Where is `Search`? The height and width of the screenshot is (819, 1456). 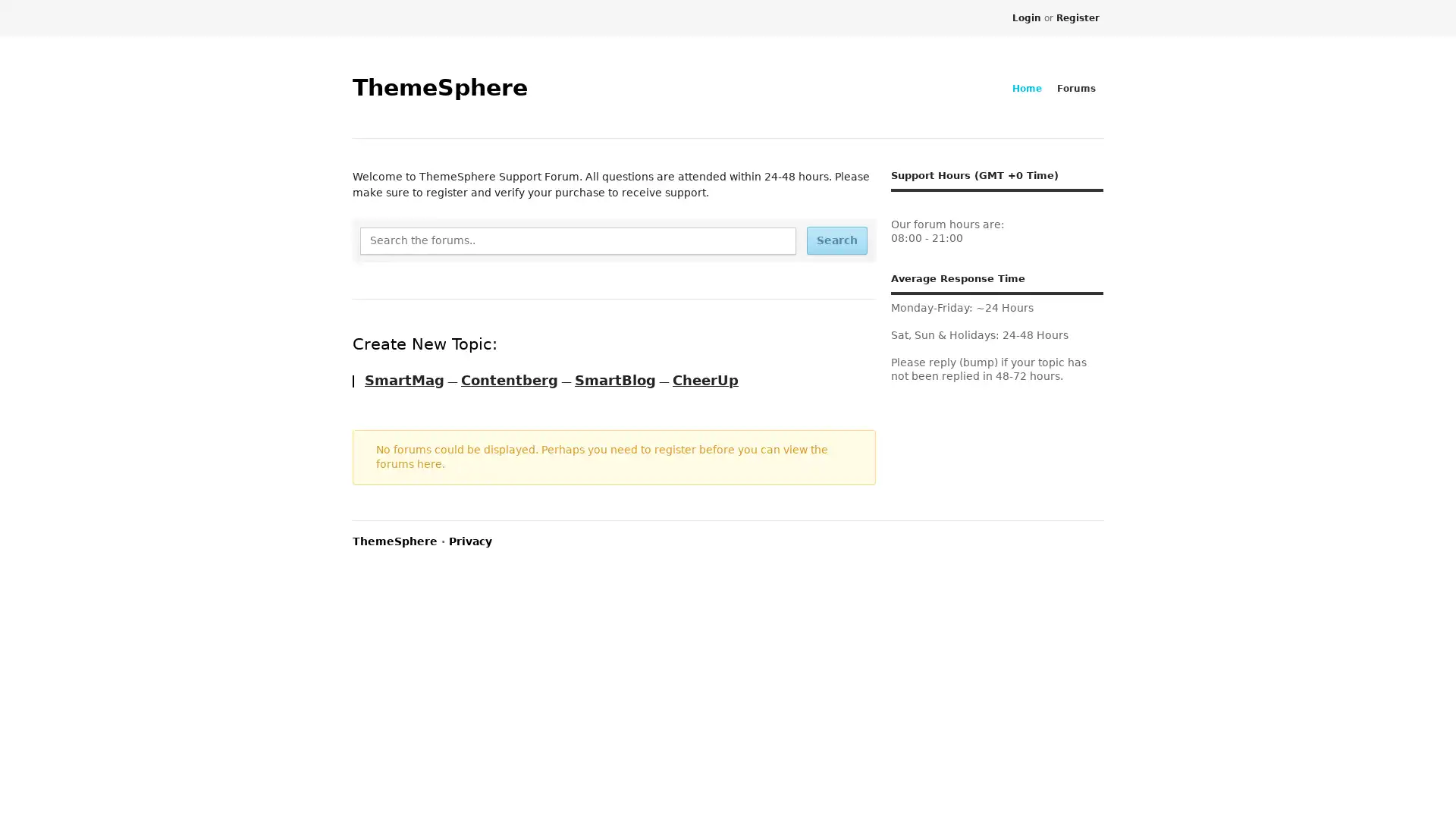 Search is located at coordinates (836, 240).